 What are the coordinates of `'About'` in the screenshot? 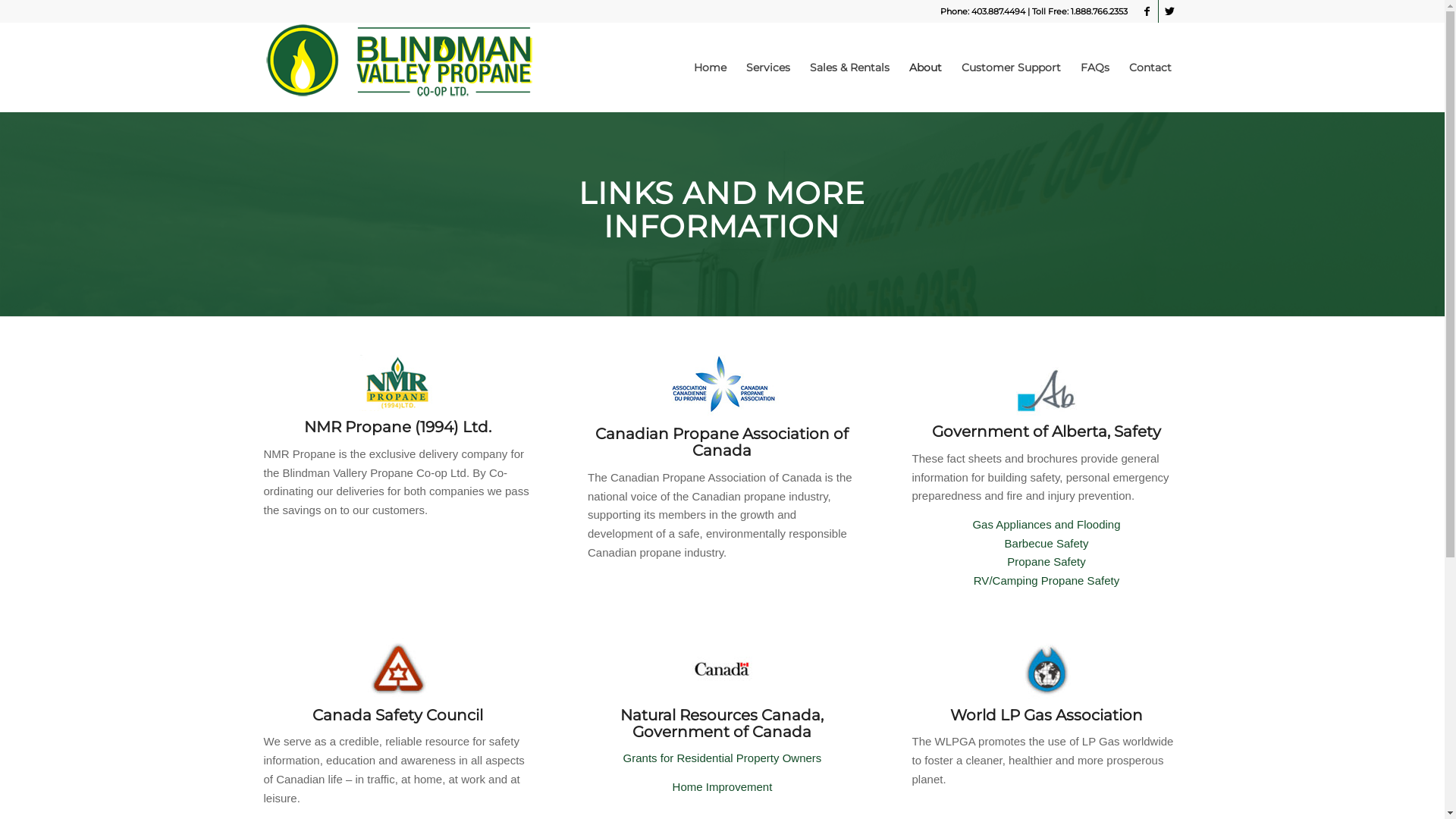 It's located at (924, 66).